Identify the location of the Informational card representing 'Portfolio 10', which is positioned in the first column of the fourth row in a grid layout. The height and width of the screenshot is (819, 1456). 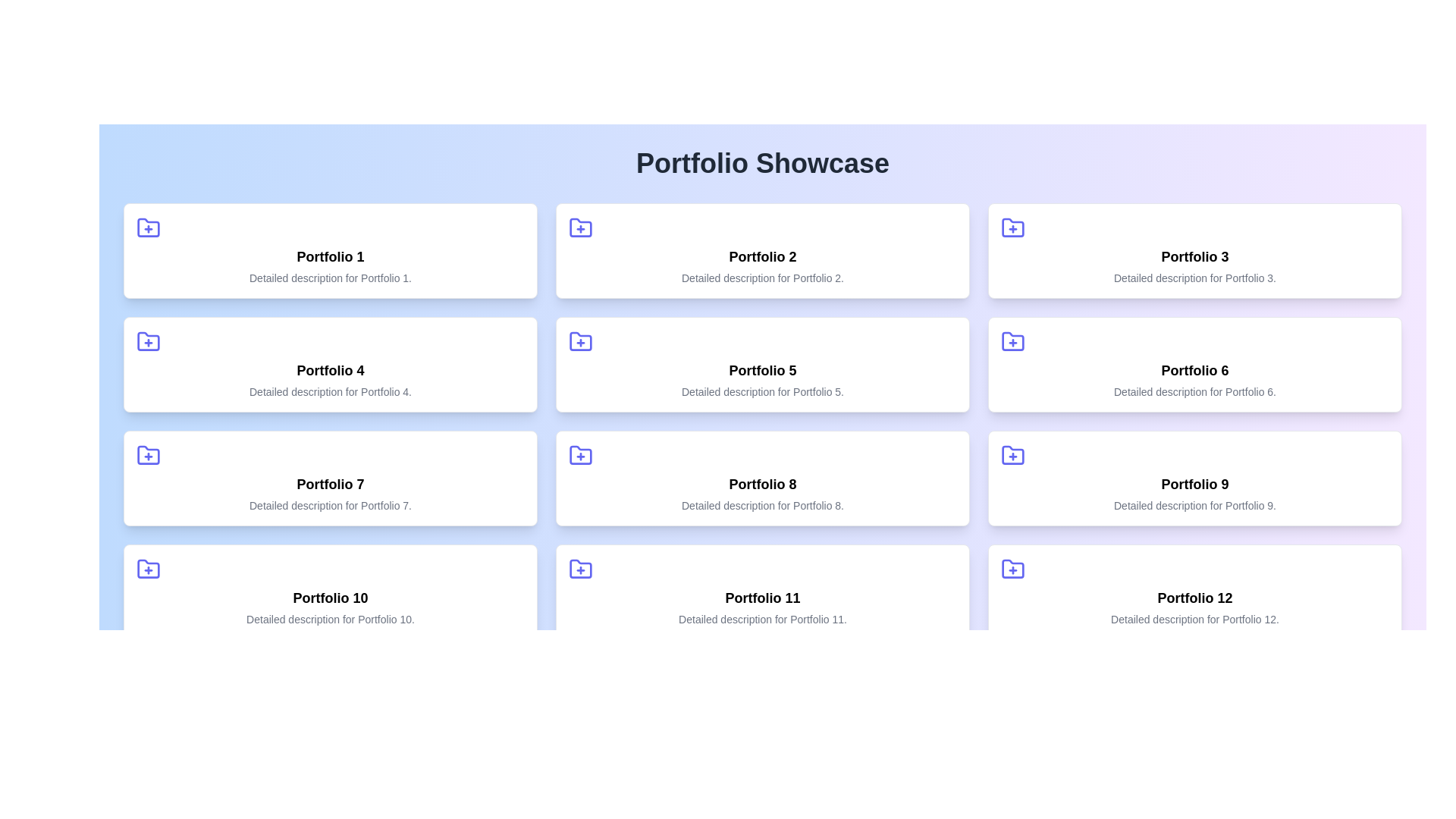
(330, 591).